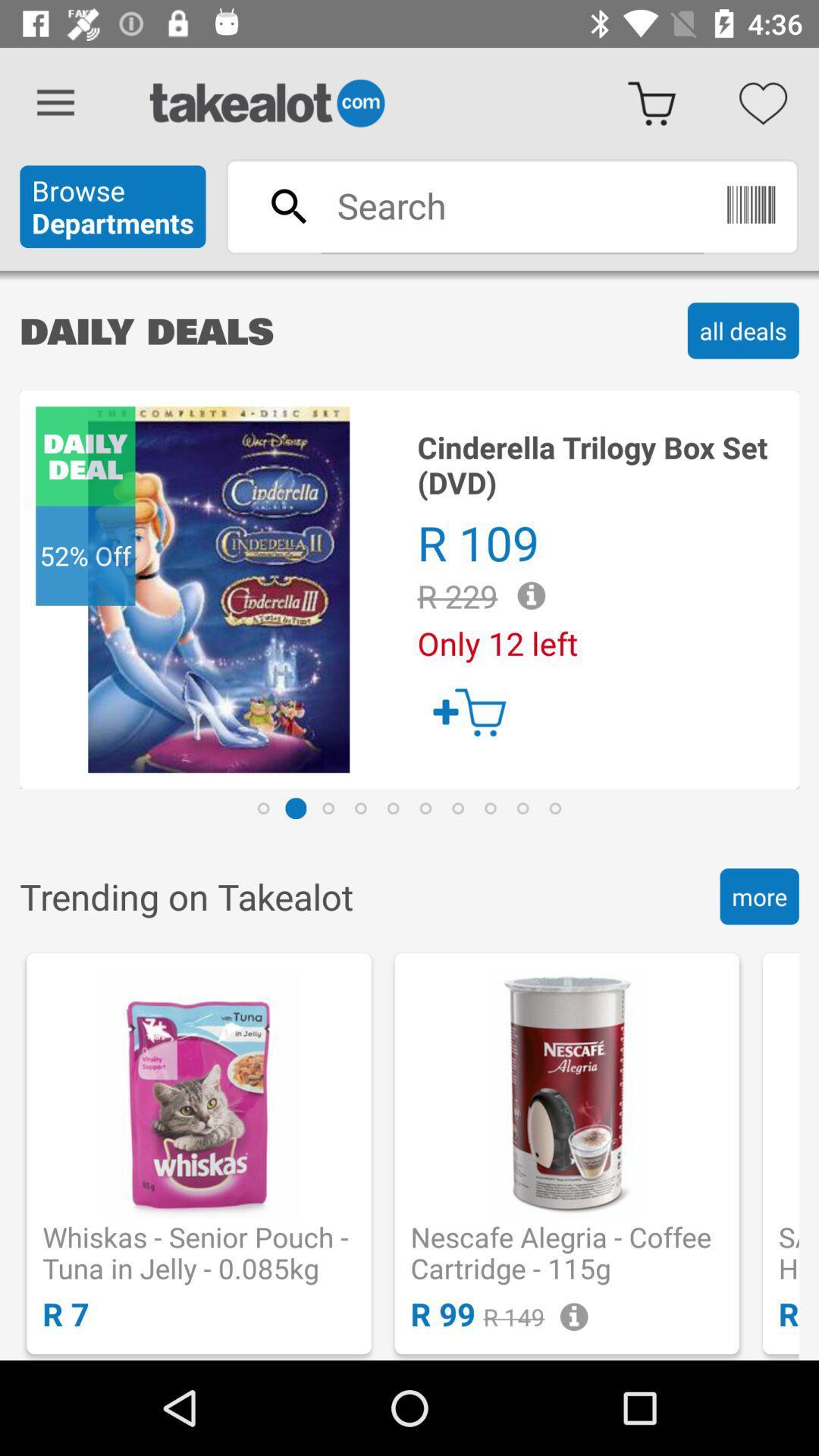 The height and width of the screenshot is (1456, 819). Describe the element at coordinates (751, 206) in the screenshot. I see `the delete icon` at that location.